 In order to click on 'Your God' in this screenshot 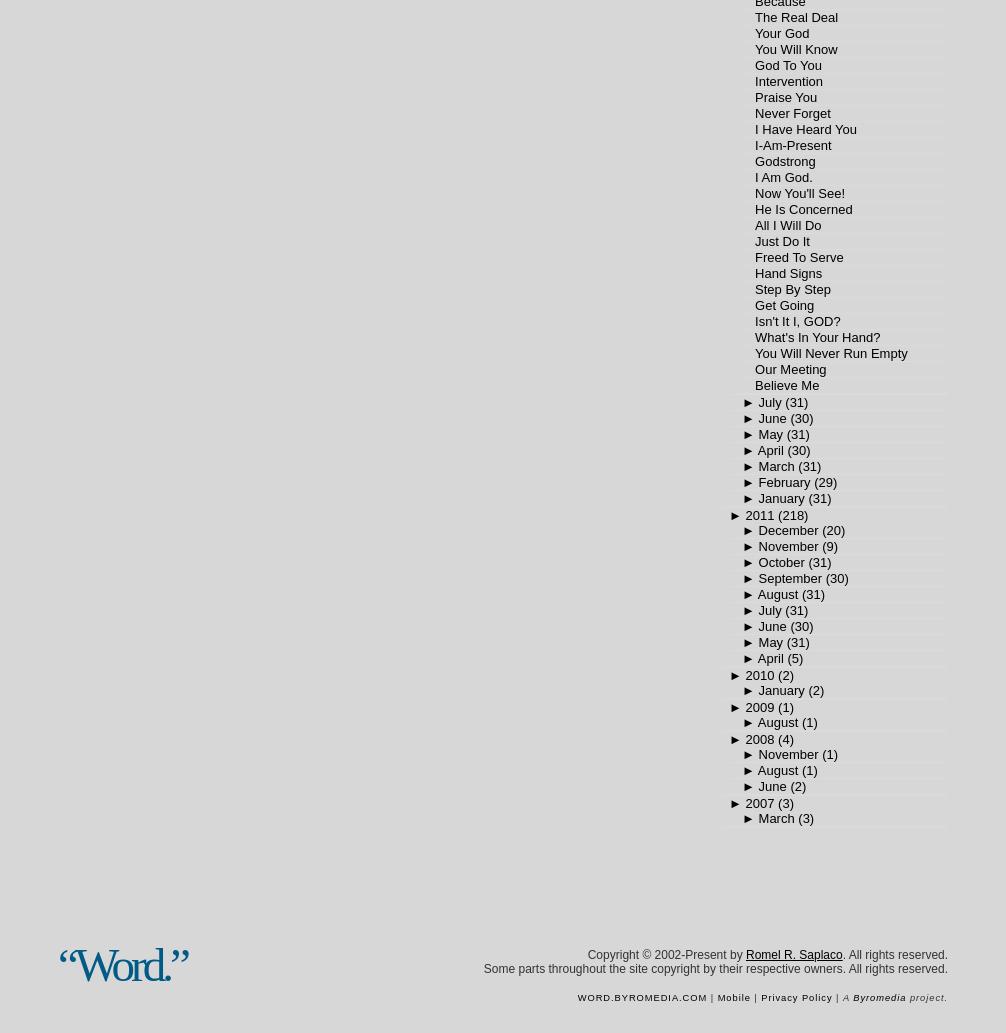, I will do `click(780, 33)`.